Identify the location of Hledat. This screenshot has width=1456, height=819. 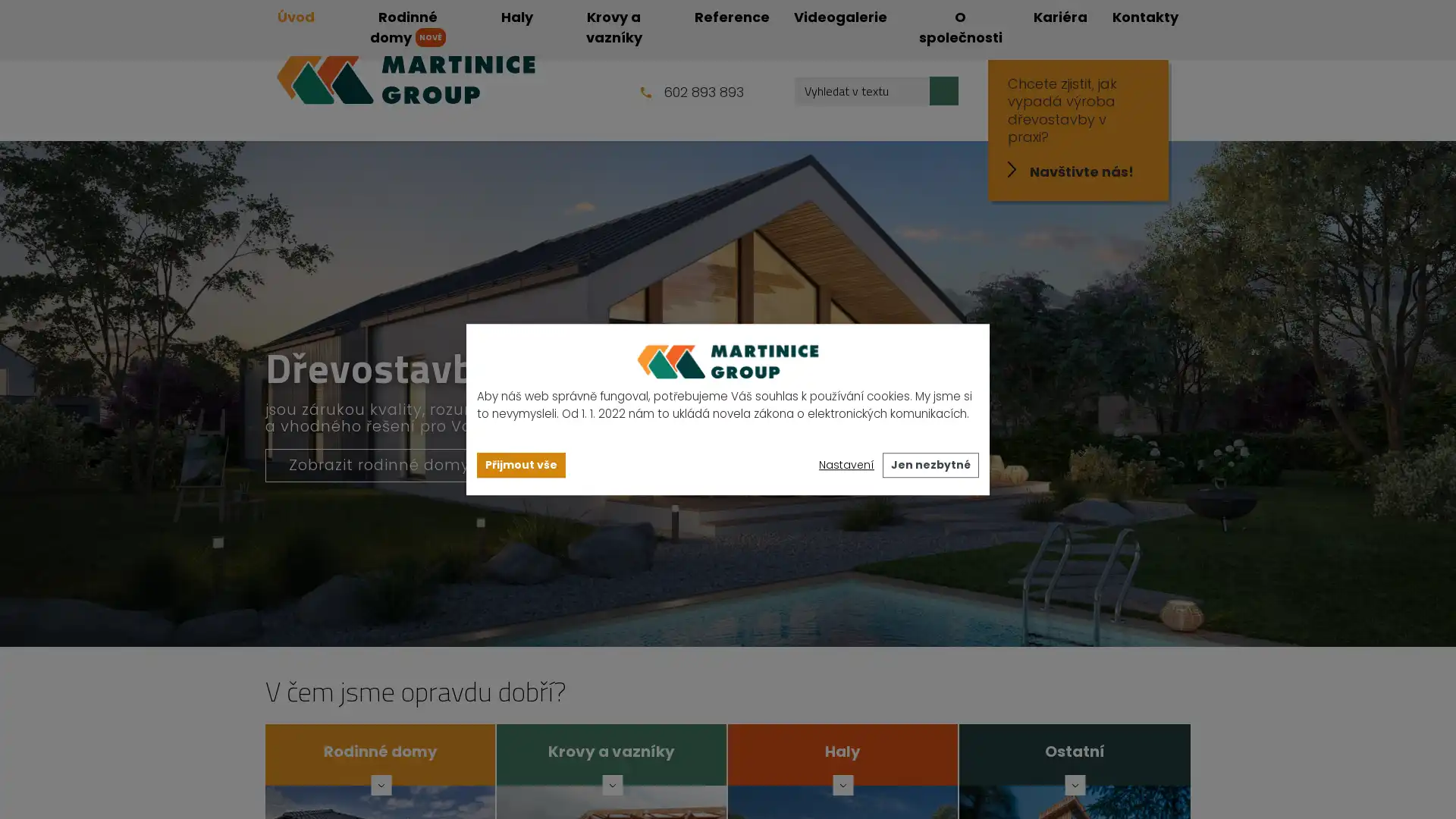
(943, 90).